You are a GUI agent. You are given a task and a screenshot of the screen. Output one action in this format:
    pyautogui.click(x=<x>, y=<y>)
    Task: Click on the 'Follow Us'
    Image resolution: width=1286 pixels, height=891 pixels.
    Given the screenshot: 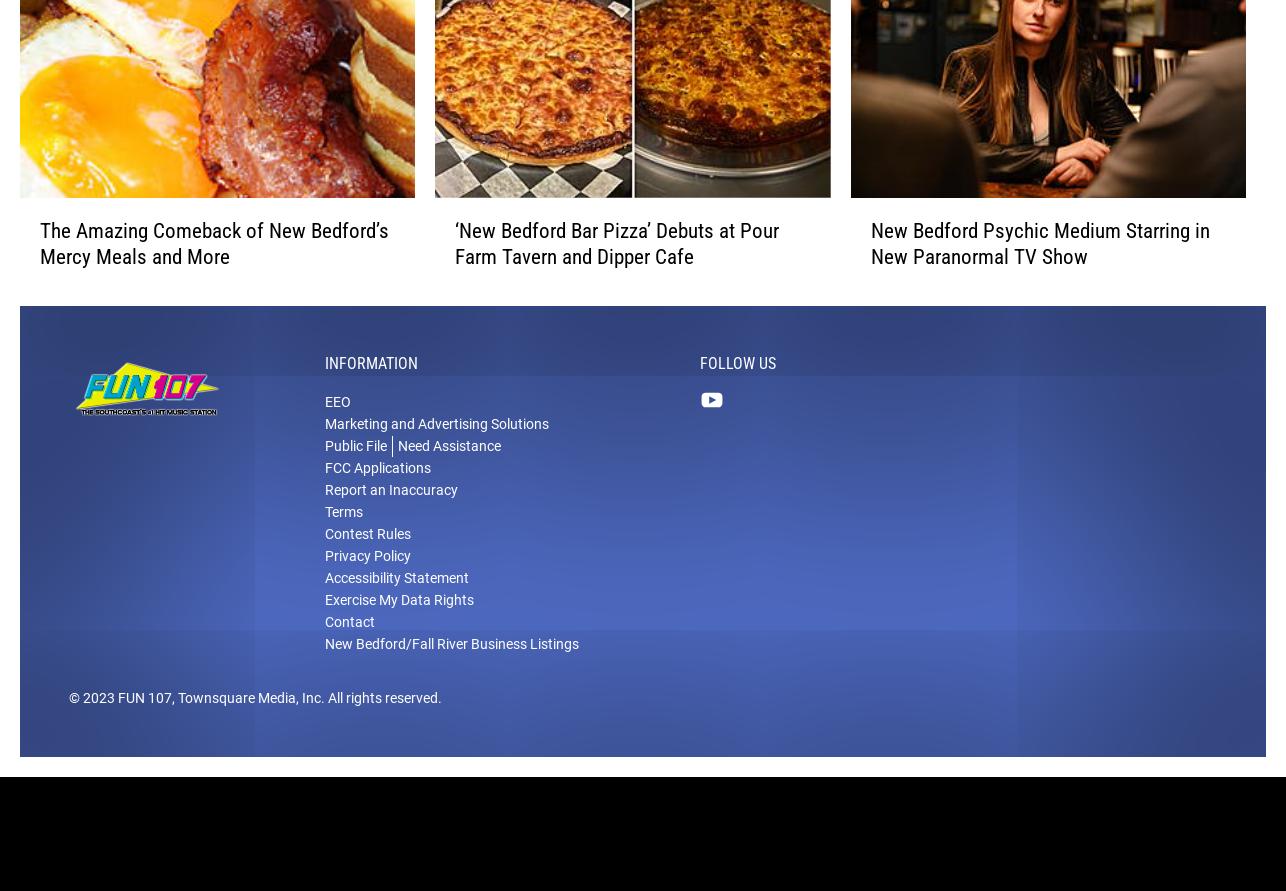 What is the action you would take?
    pyautogui.click(x=738, y=389)
    